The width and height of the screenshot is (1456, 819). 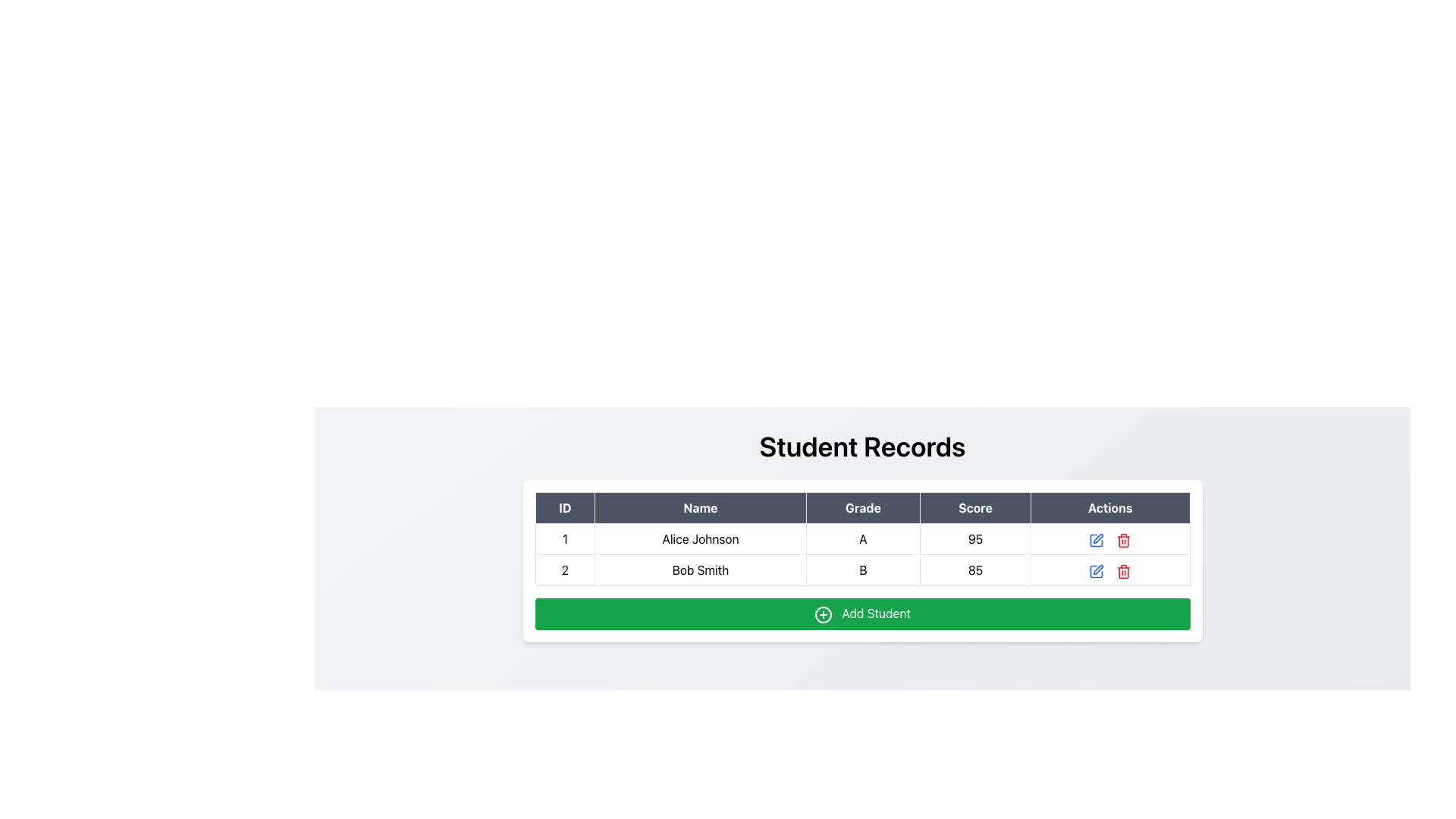 I want to click on text of the 'Grade' column header, which is the third column header in the data table, centrally positioned between the 'Name' and 'Score' headers, so click(x=862, y=508).